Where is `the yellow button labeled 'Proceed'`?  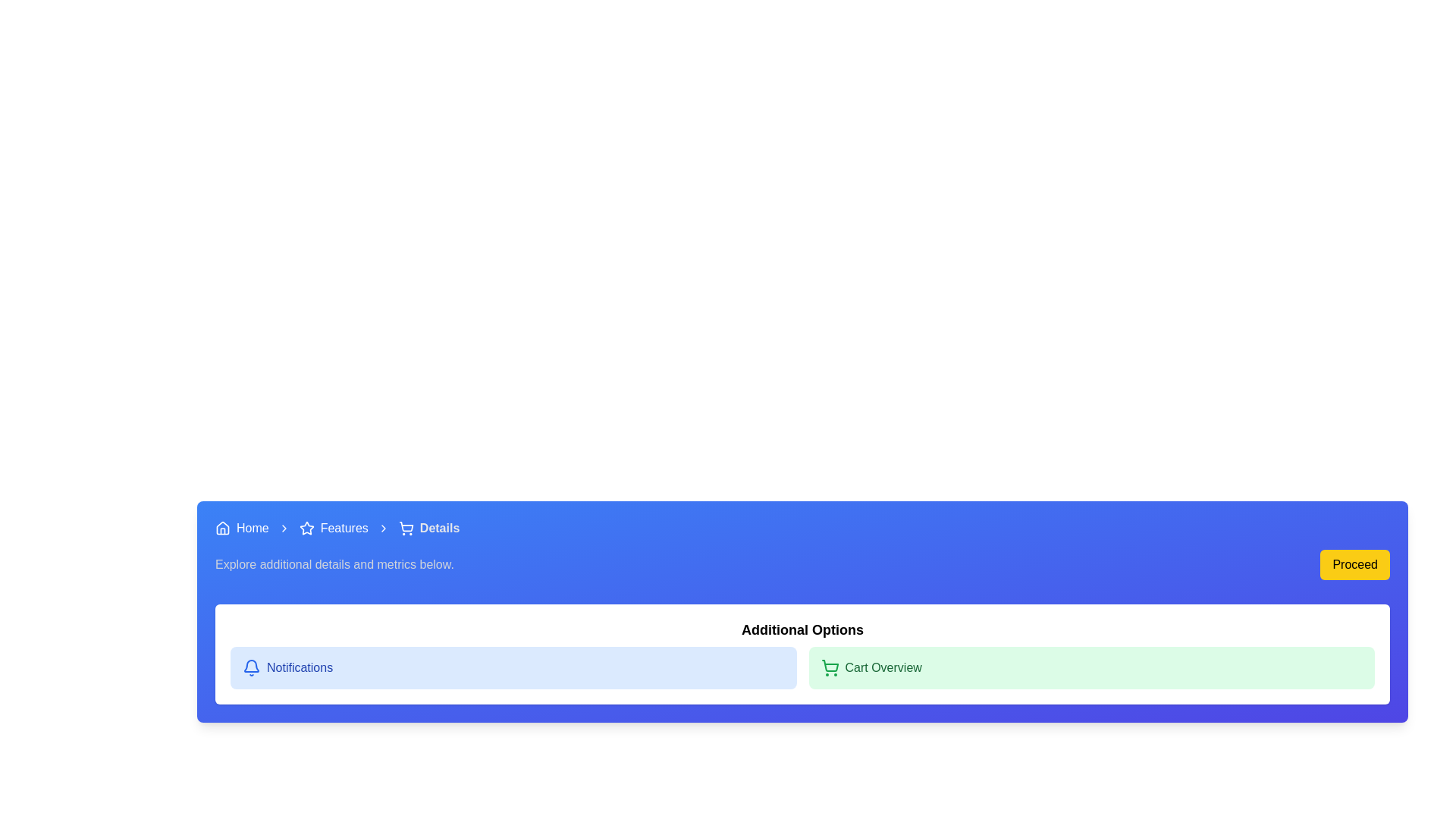
the yellow button labeled 'Proceed' is located at coordinates (1355, 564).